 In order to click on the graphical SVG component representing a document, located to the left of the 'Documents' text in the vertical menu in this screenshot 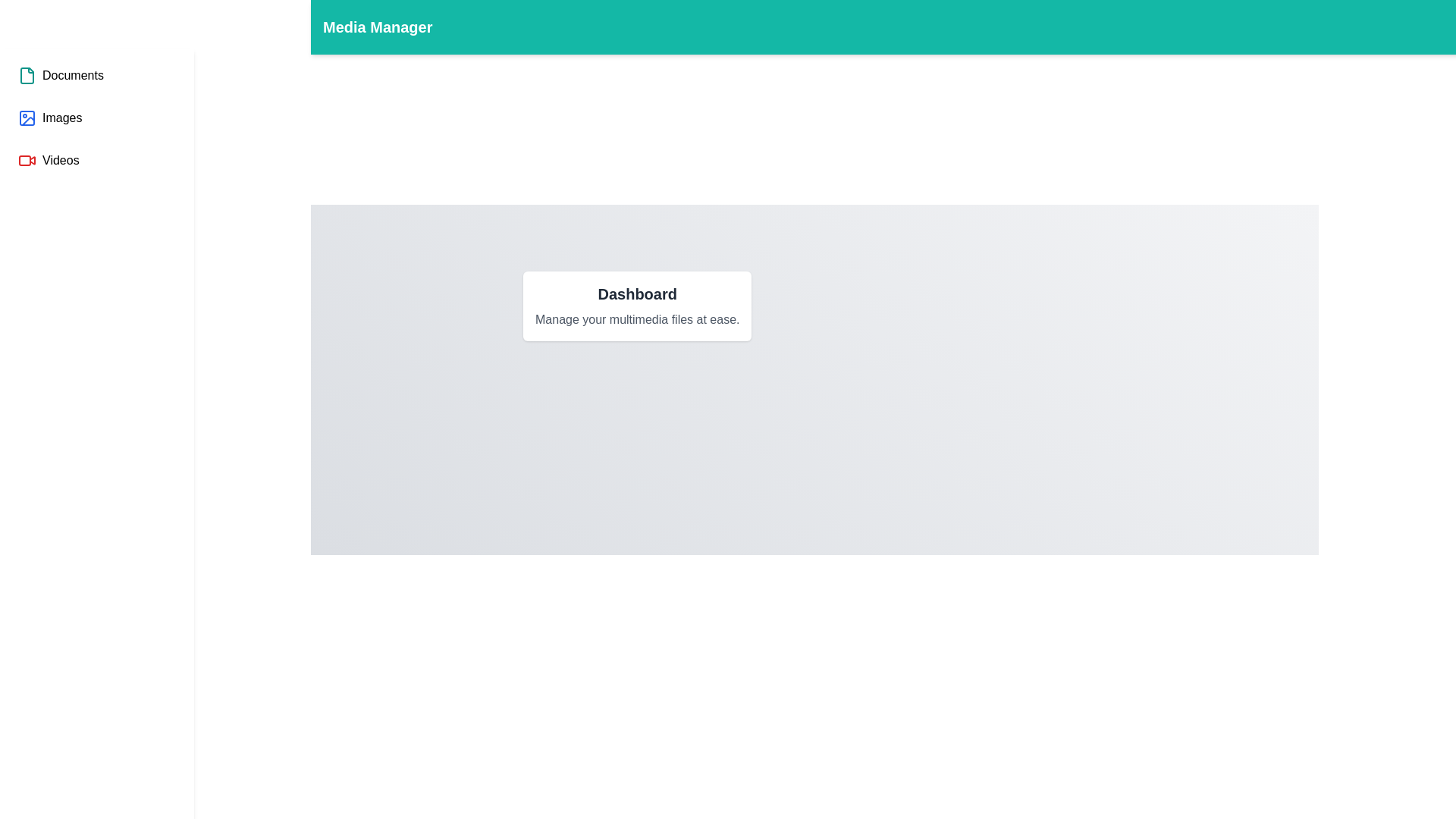, I will do `click(27, 76)`.